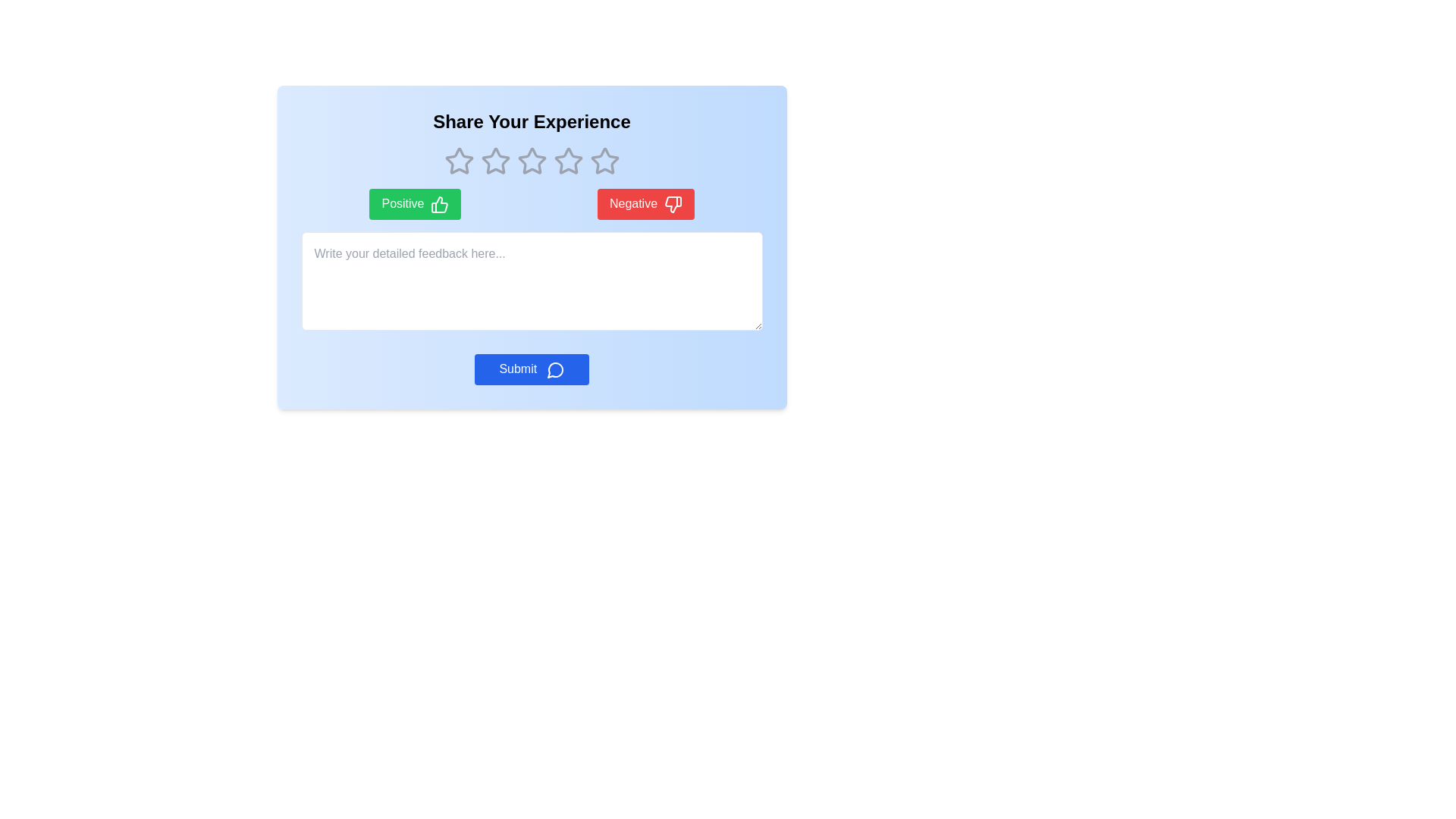  What do you see at coordinates (532, 161) in the screenshot?
I see `one of the stars in the Rating component, which consists of five hollow star icons arranged horizontally below the title 'Share Your Experience.'` at bounding box center [532, 161].